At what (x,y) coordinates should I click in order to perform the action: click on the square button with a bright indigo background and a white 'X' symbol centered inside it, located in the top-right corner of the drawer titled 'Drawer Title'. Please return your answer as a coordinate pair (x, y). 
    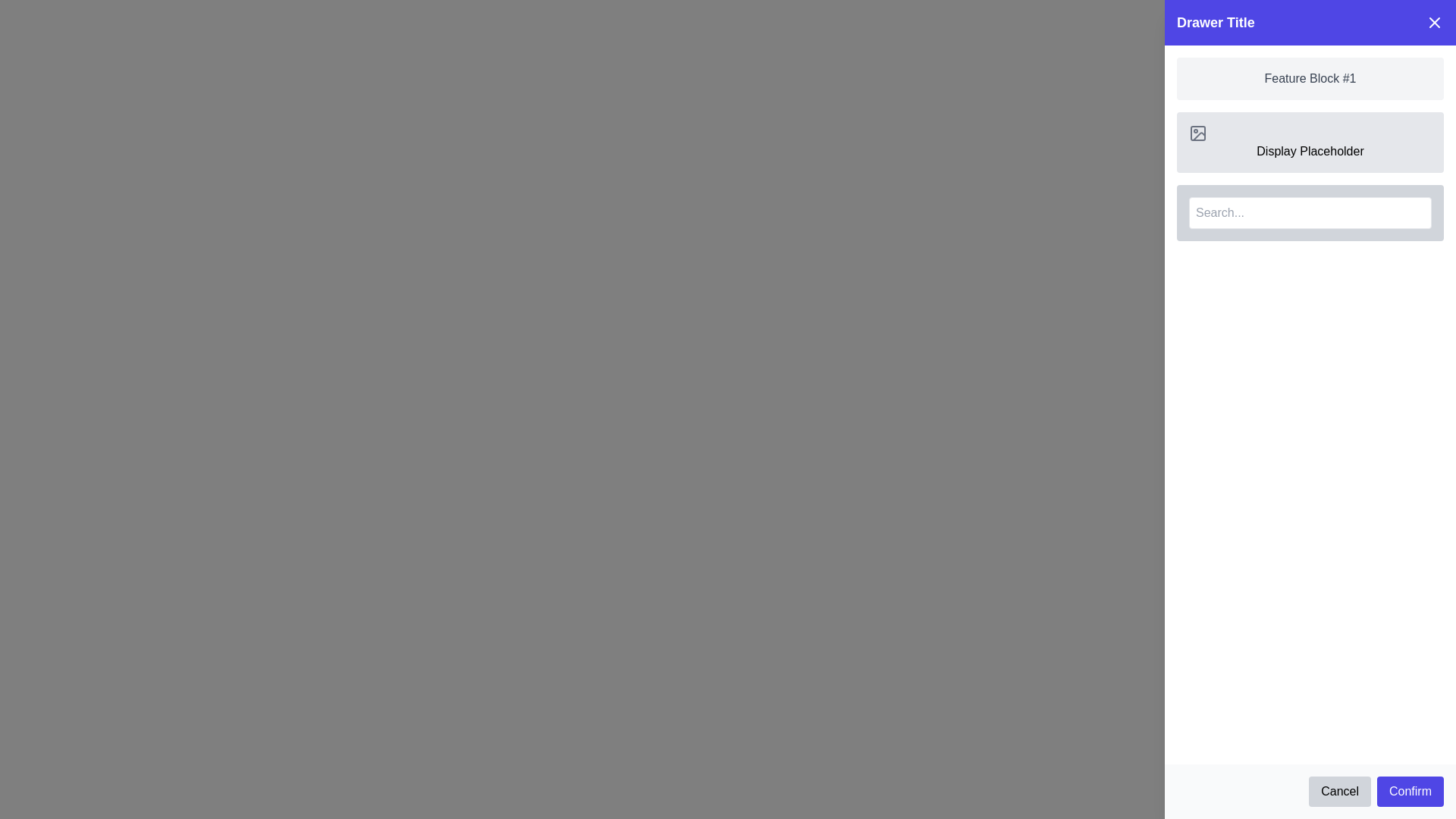
    Looking at the image, I should click on (1425, 30).